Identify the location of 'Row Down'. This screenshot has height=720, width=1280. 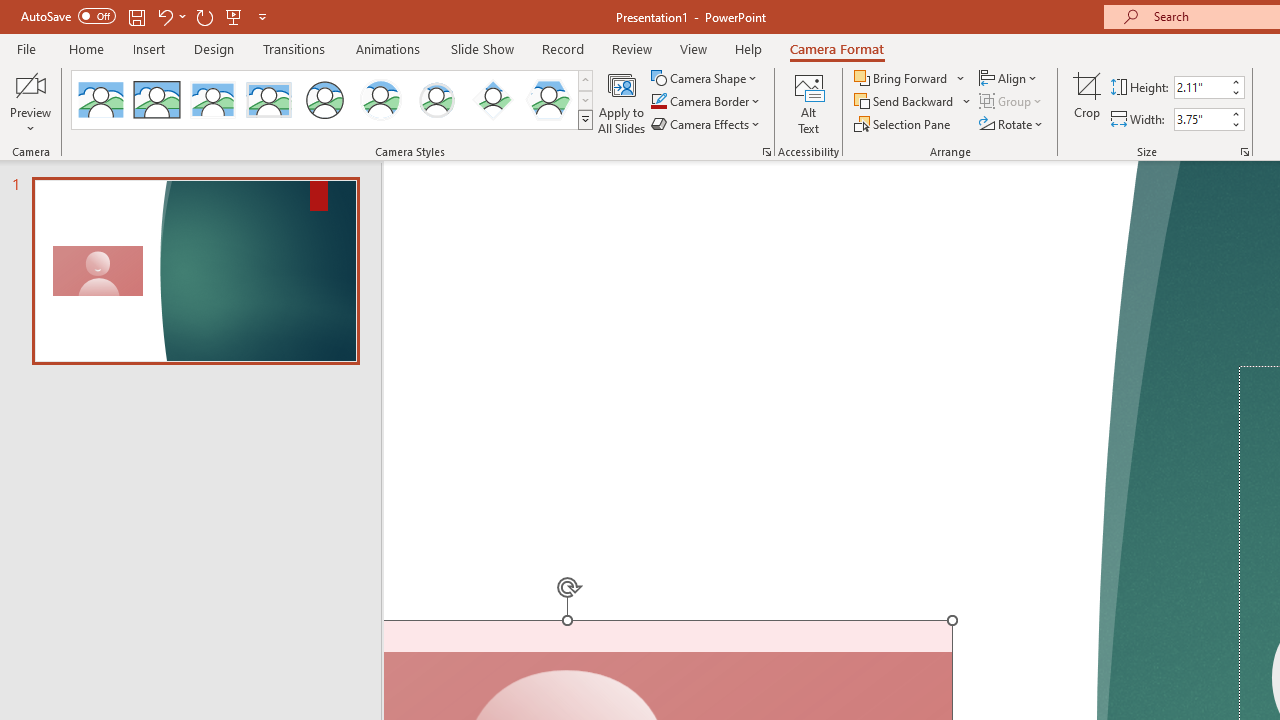
(584, 100).